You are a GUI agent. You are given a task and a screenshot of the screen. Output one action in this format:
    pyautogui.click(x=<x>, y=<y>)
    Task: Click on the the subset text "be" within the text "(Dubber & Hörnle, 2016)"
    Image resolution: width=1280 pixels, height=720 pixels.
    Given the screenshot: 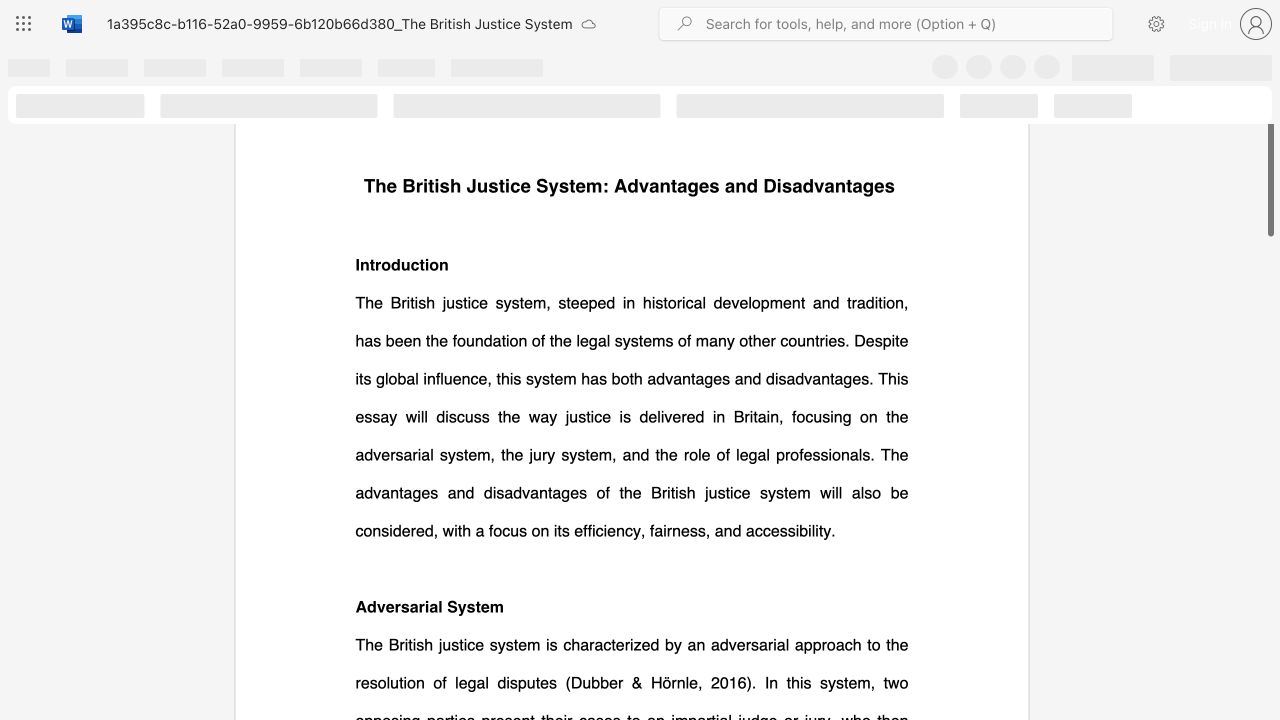 What is the action you would take?
    pyautogui.click(x=599, y=681)
    